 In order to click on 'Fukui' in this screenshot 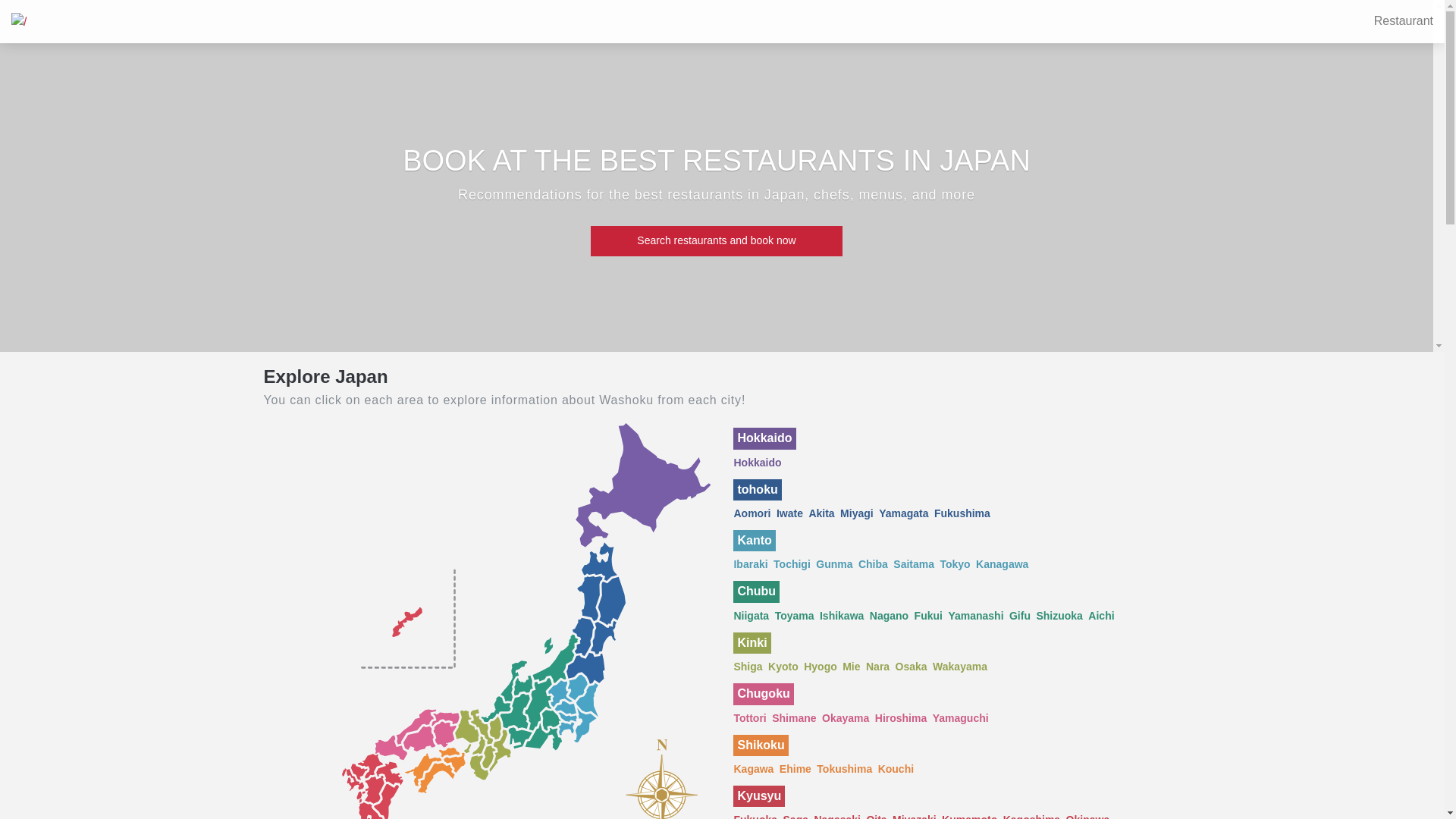, I will do `click(913, 616)`.